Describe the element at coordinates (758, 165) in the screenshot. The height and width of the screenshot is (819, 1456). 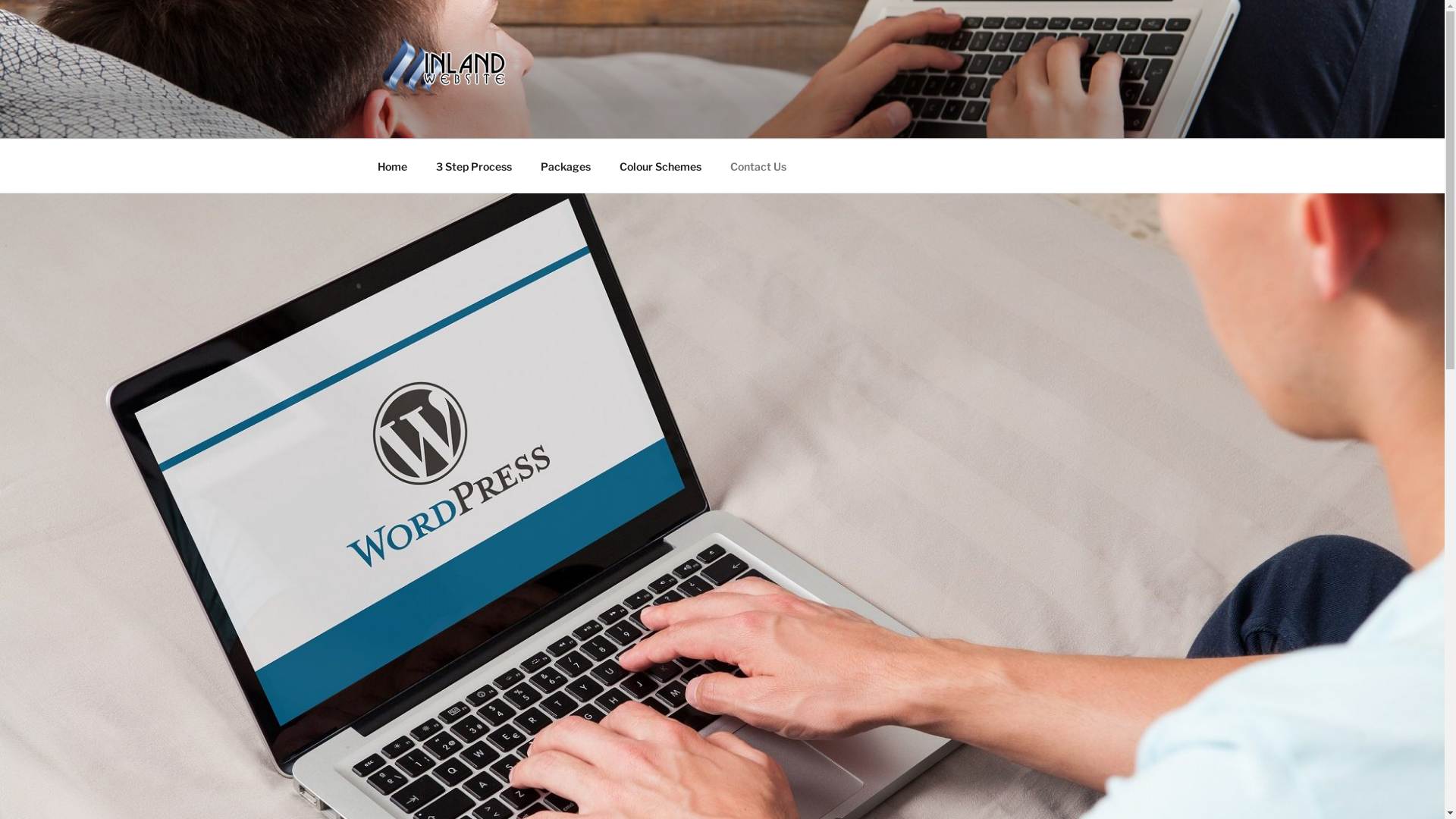
I see `'Contact Us'` at that location.